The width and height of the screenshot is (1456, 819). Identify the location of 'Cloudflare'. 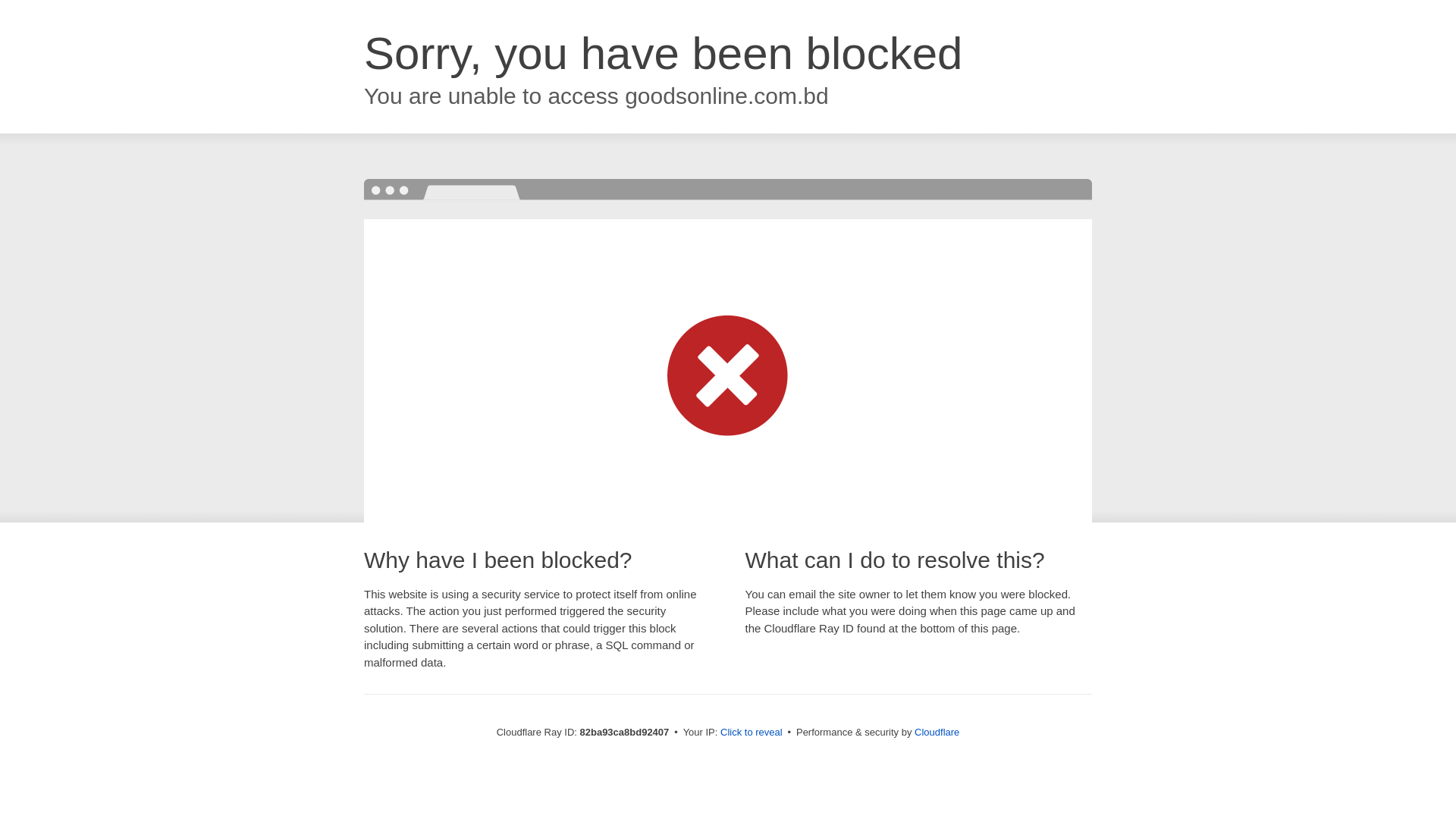
(936, 731).